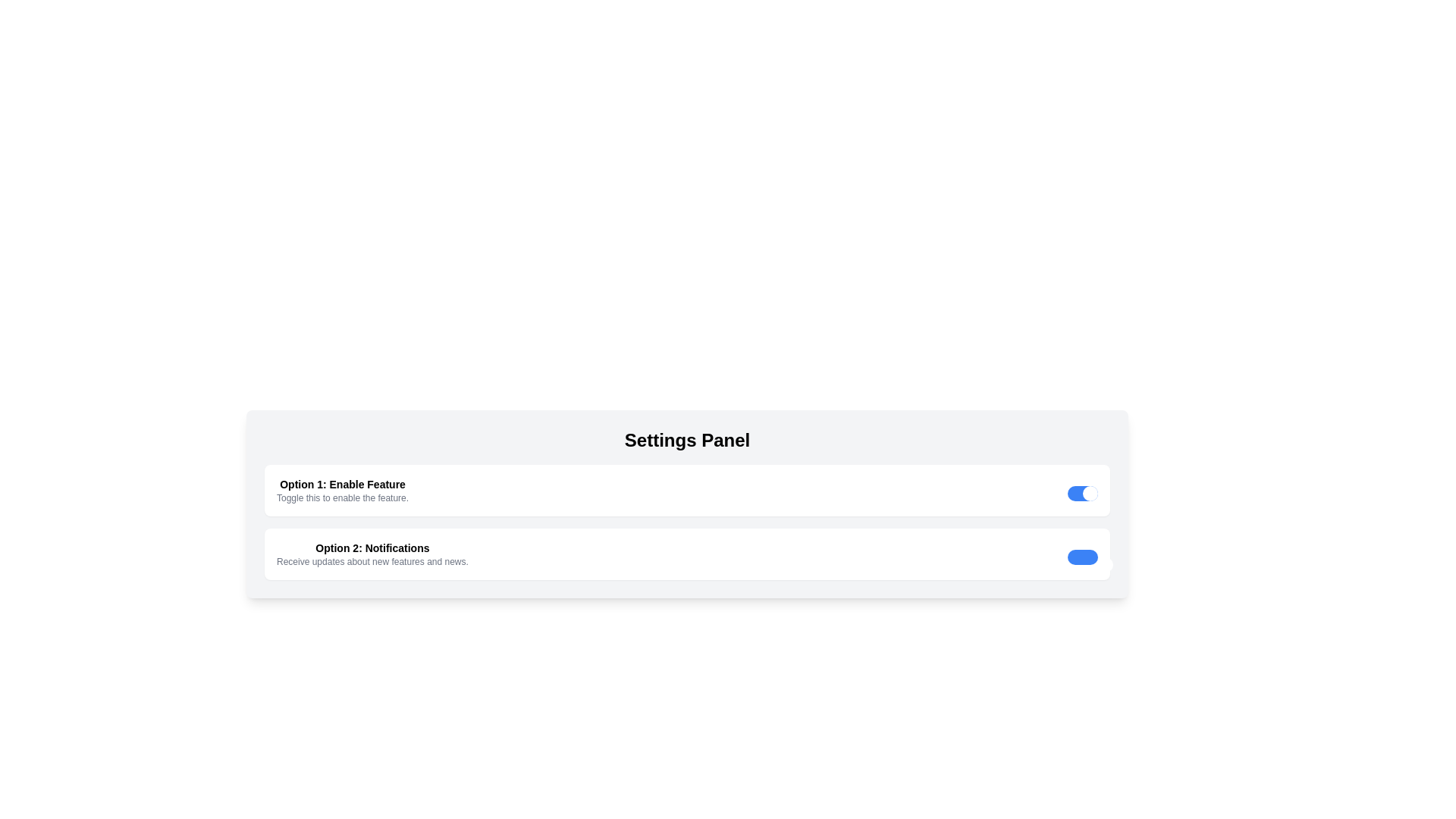  What do you see at coordinates (1082, 557) in the screenshot?
I see `the toggle switch styled as a rounded rectangle with a blue background, located within the 'Option 2: Notifications' section of the settings panel` at bounding box center [1082, 557].